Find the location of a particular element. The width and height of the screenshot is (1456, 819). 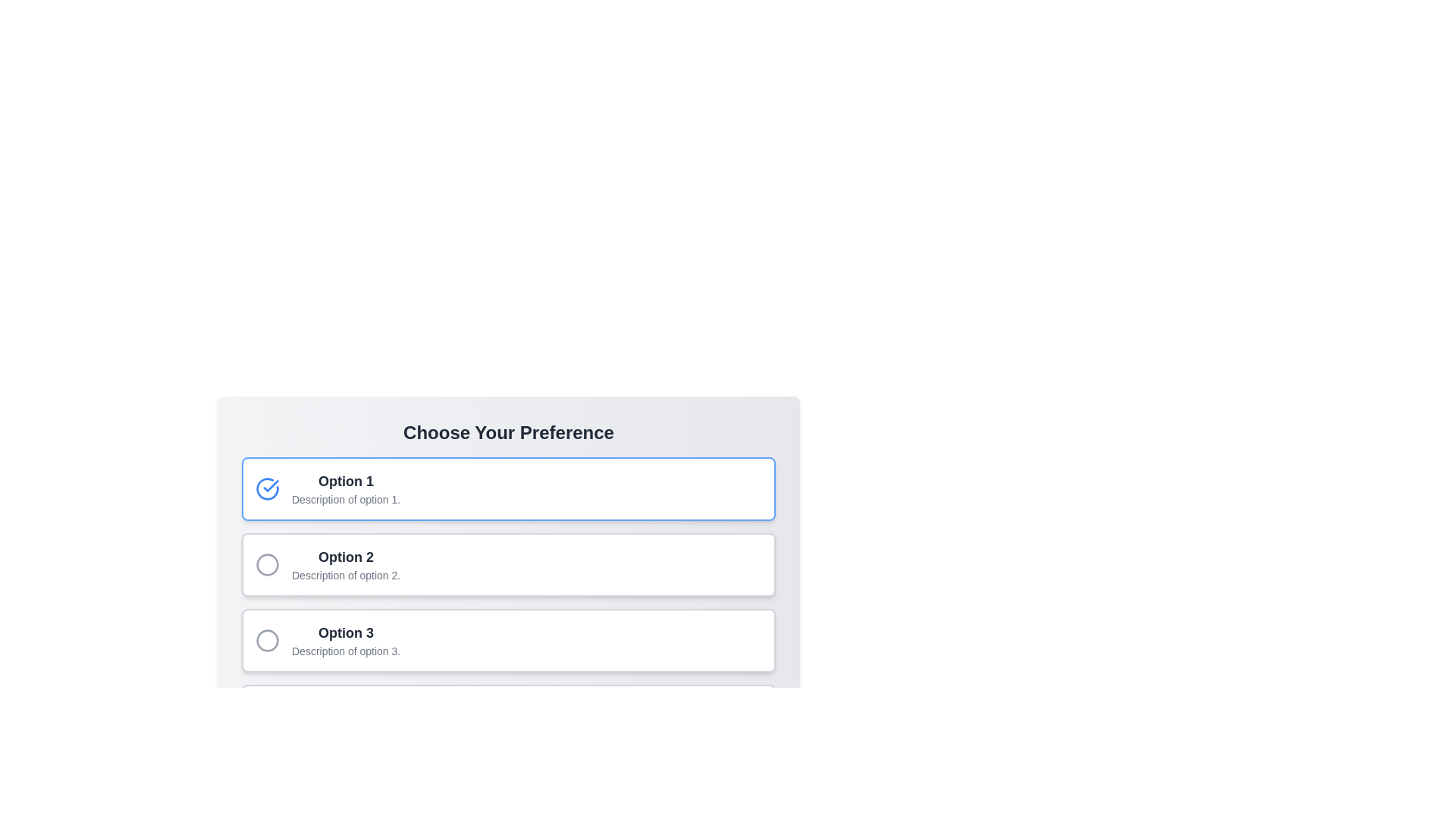

the text label displaying 'Option 2', which is bold and larger than surrounding text, located beneath the heading 'Choose Your Preference' and between 'Option 1' and 'Option 3' is located at coordinates (345, 557).